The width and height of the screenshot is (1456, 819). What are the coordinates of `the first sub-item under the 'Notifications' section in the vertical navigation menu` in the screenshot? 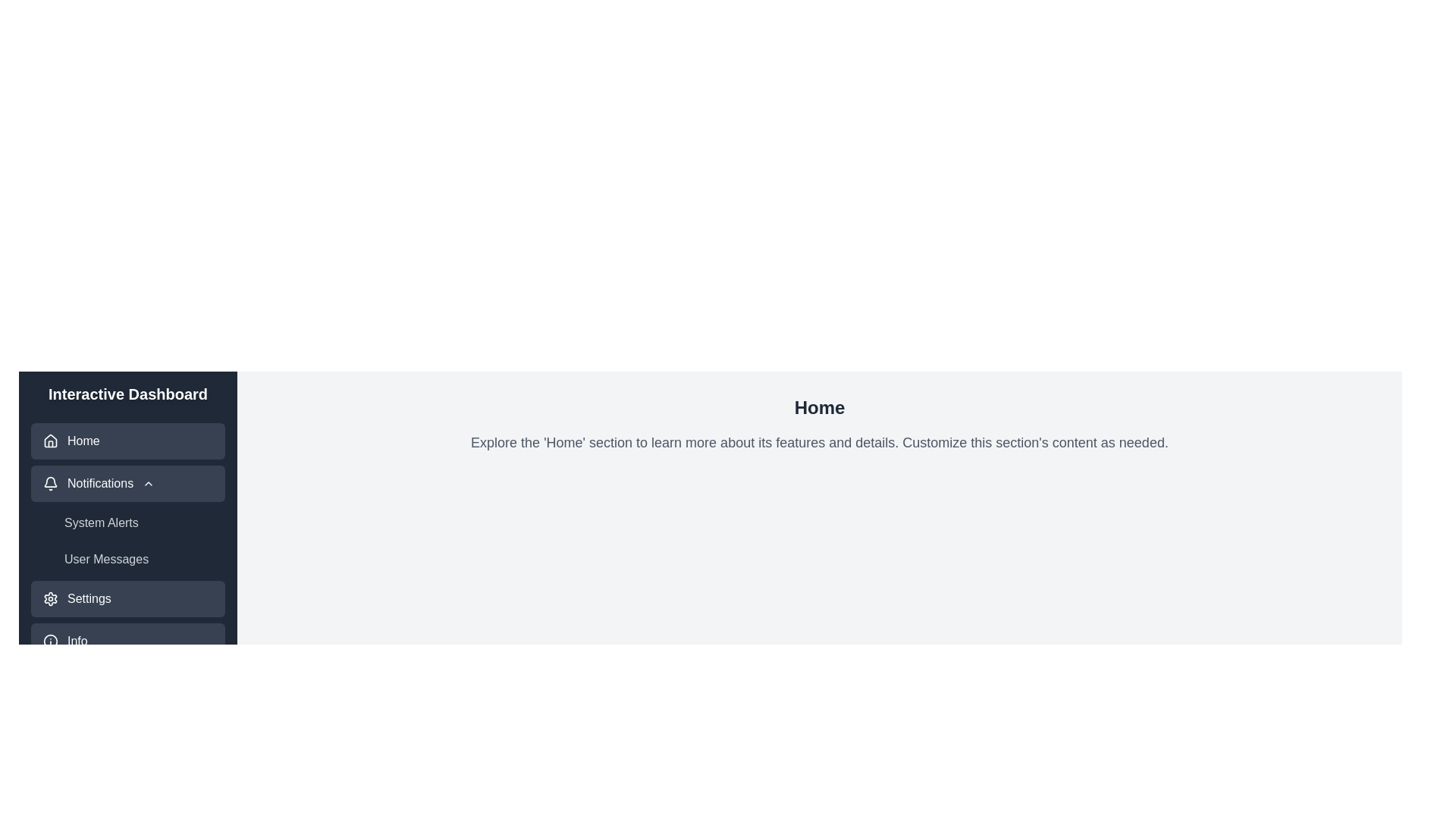 It's located at (127, 540).